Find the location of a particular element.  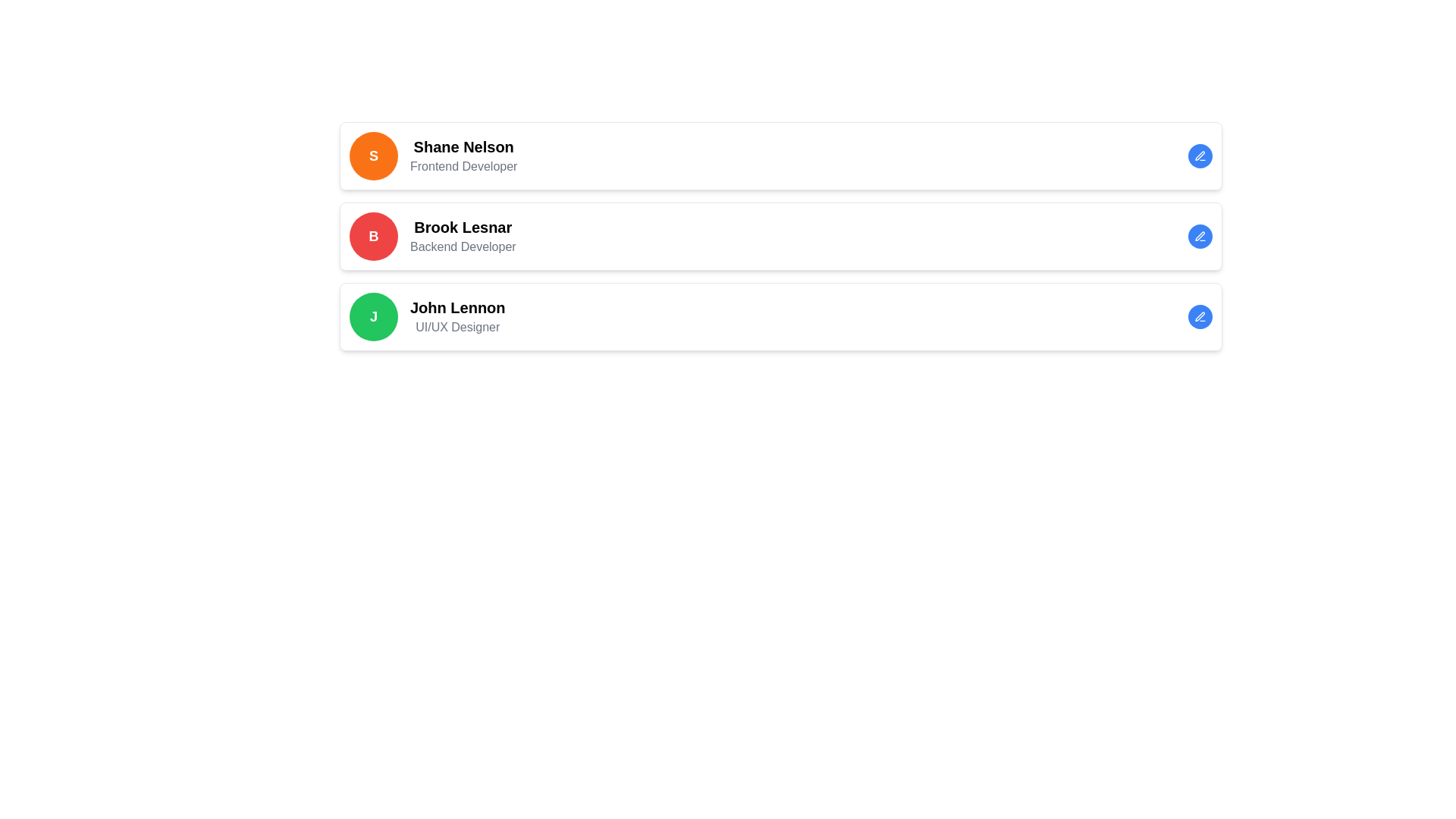

the edit button located on the far-right side of the row containing 'John Lennon' and the 'UI/UX Designer' label is located at coordinates (1200, 315).